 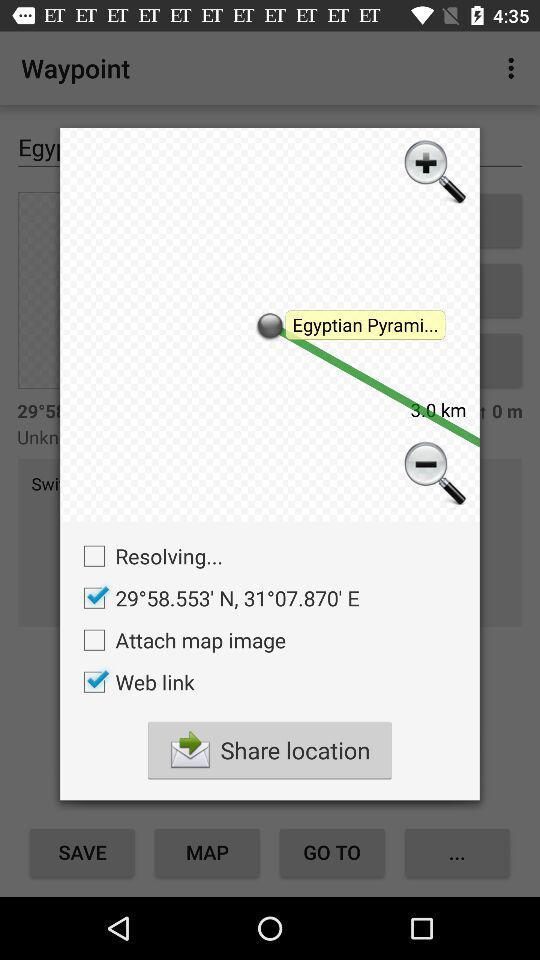 I want to click on the 29 58 553 icon, so click(x=215, y=598).